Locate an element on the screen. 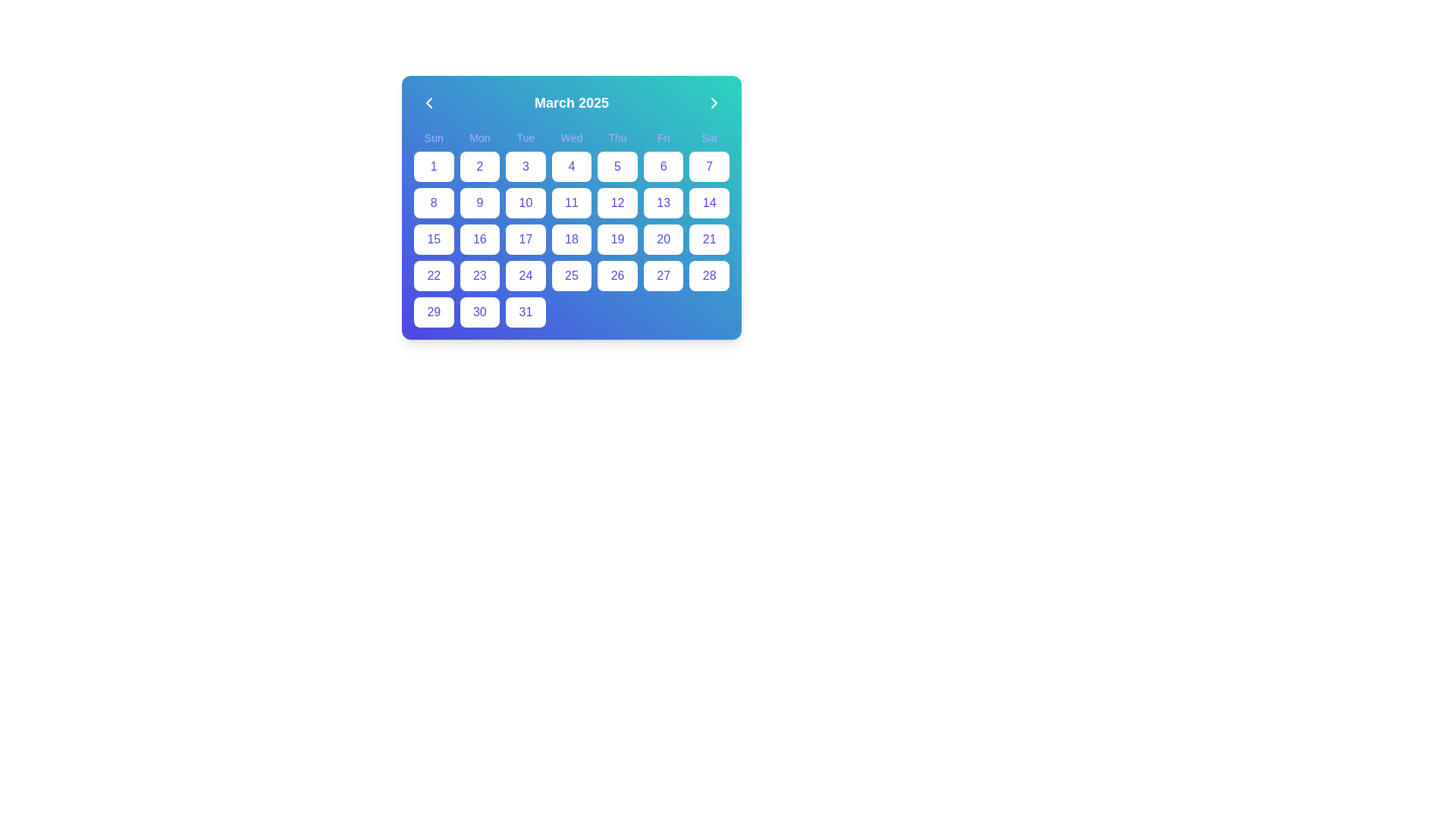 The width and height of the screenshot is (1456, 819). the interactive day selector button for the date '27' located in the sixth column under the 'Fri' header in the calendar application is located at coordinates (663, 275).